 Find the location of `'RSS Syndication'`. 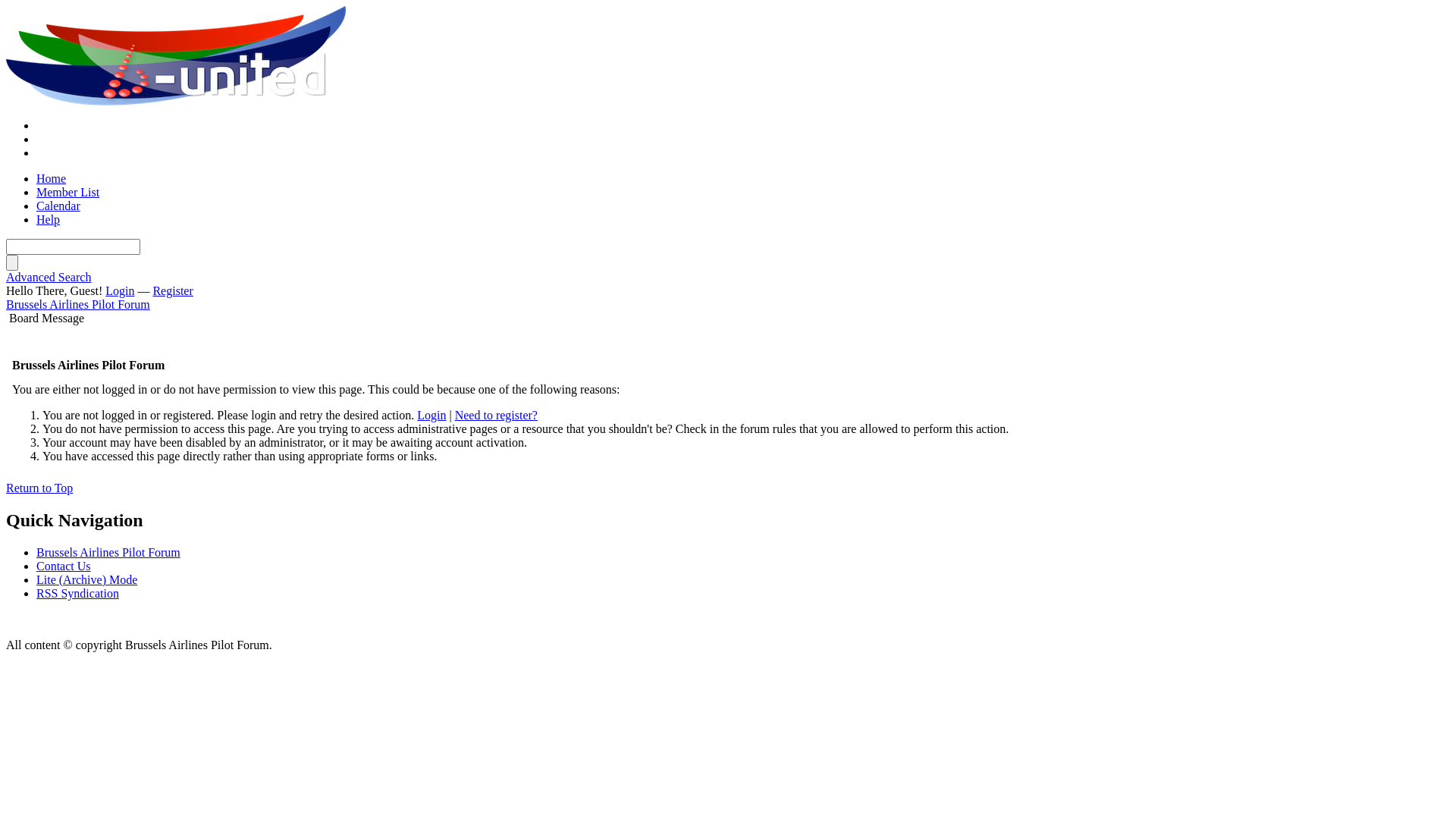

'RSS Syndication' is located at coordinates (77, 592).